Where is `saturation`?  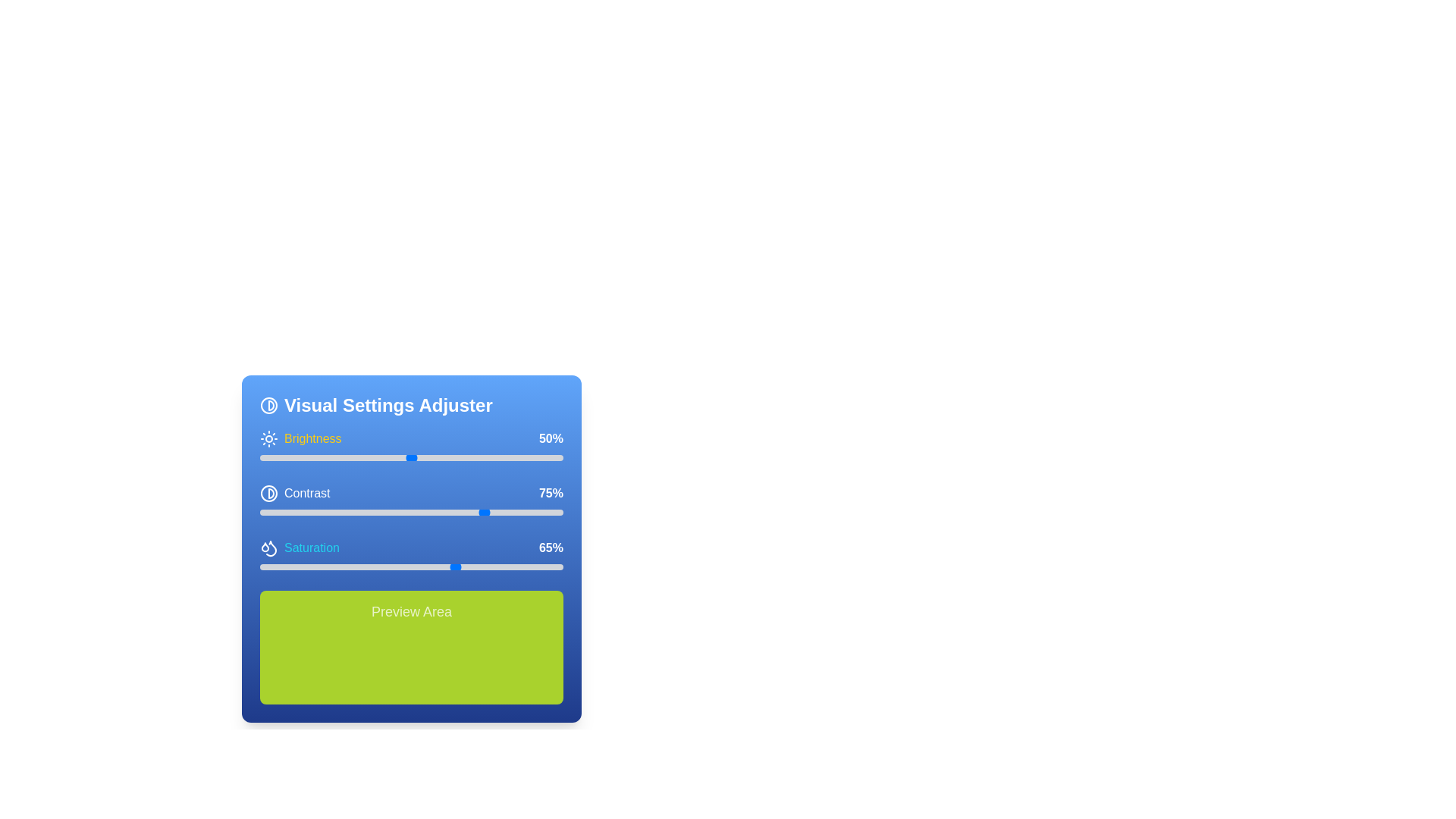 saturation is located at coordinates (369, 567).